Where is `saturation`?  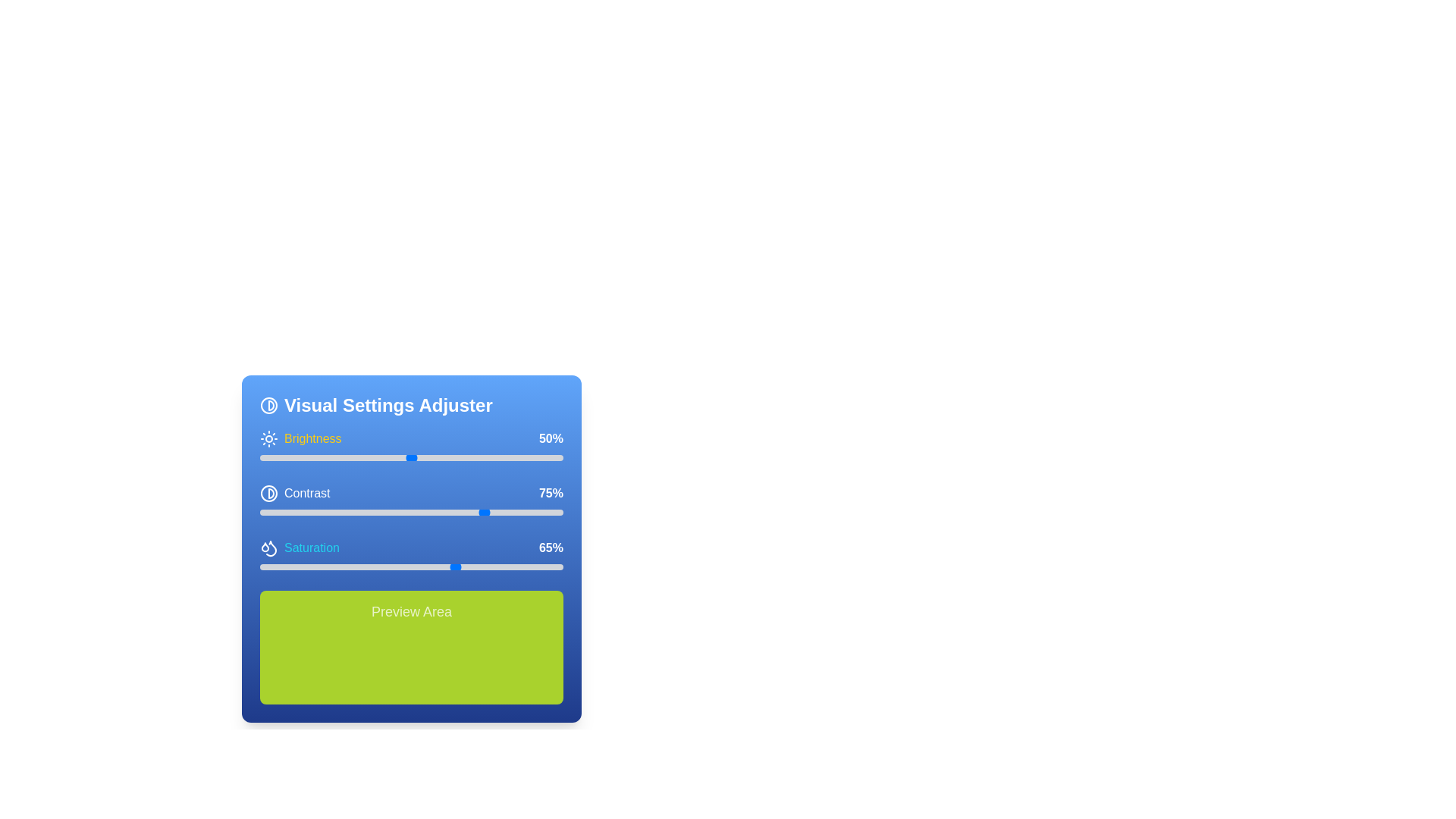 saturation is located at coordinates (369, 567).